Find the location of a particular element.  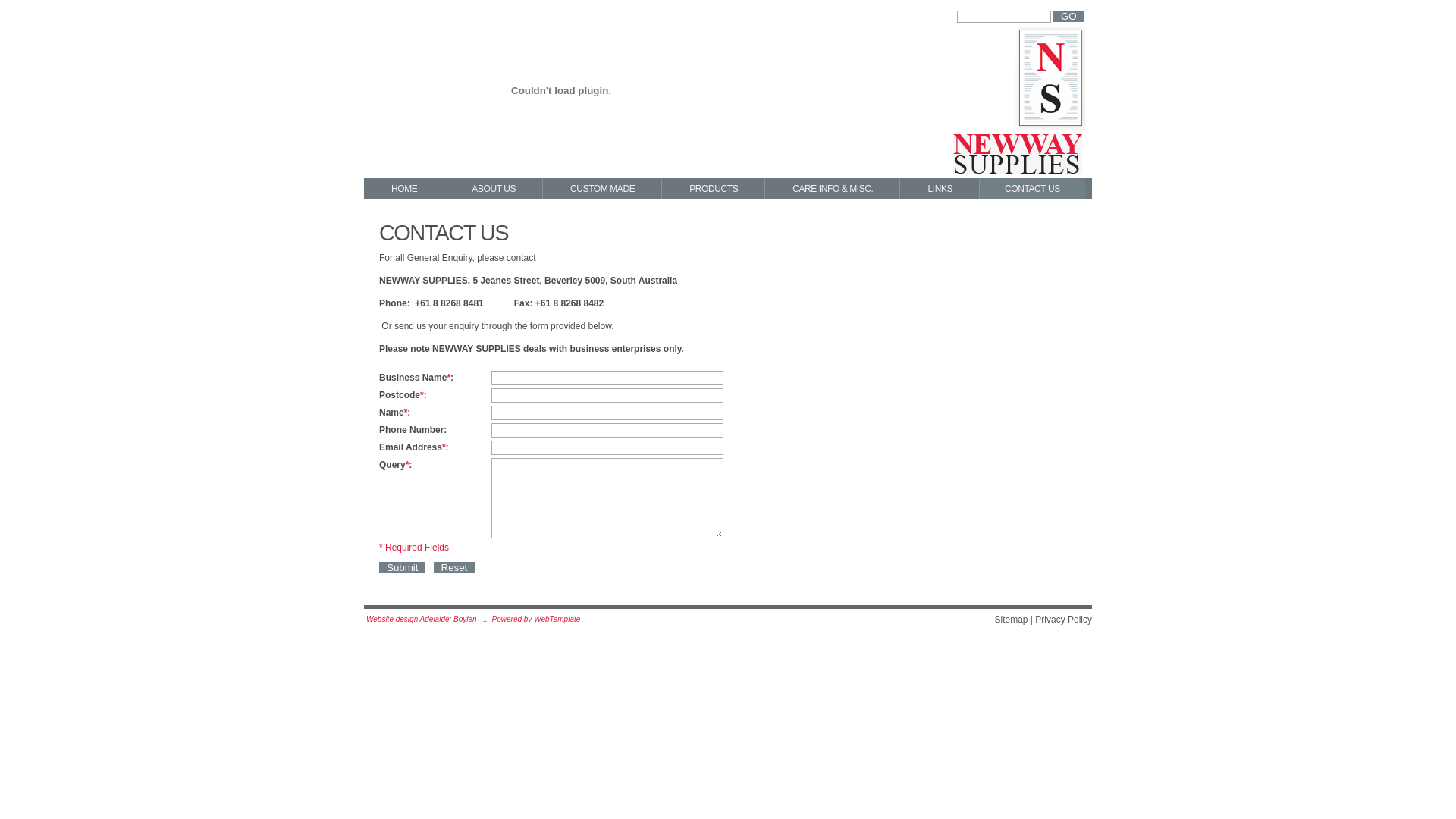

'GO' is located at coordinates (1068, 16).